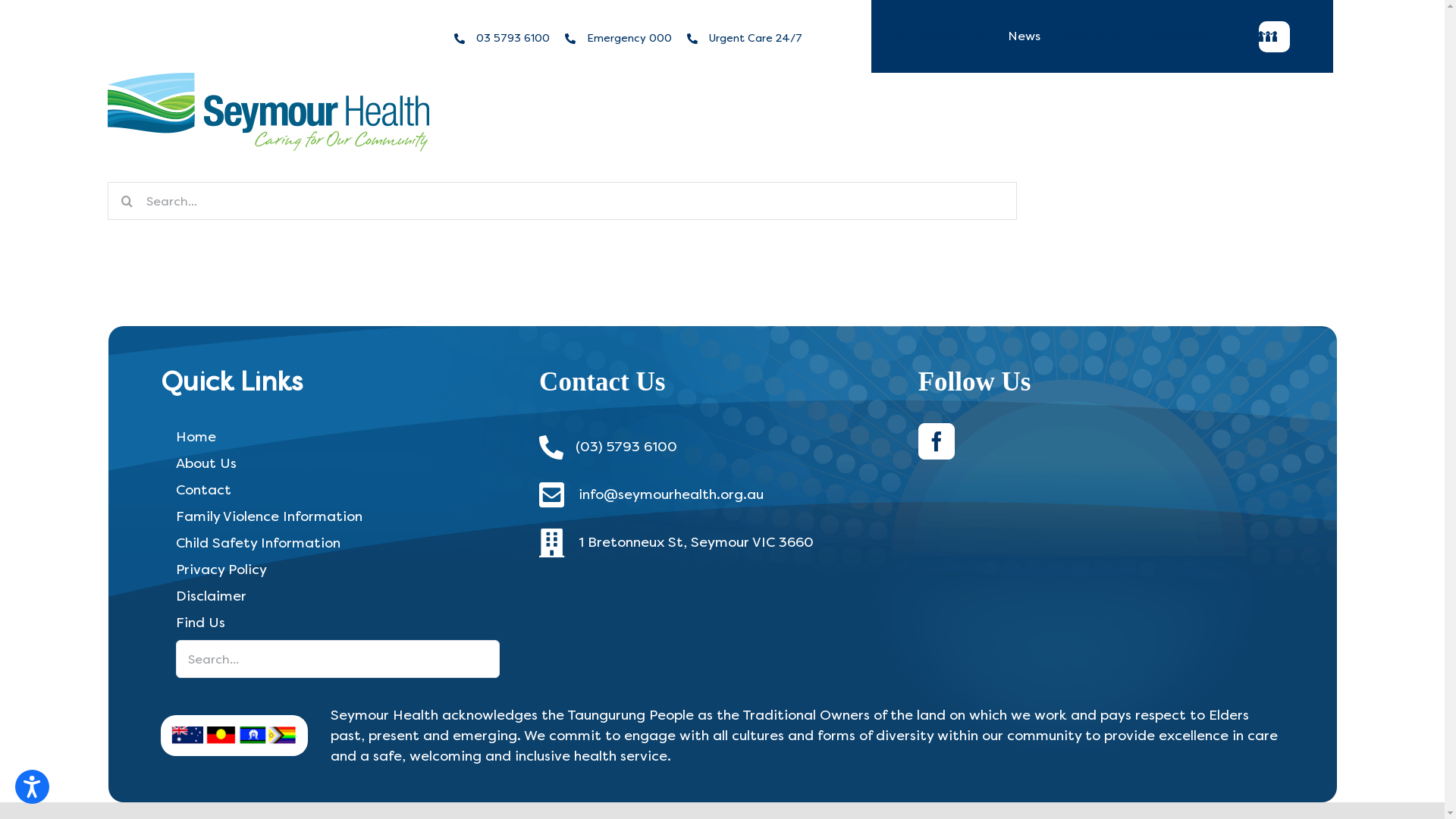  Describe the element at coordinates (513, 37) in the screenshot. I see `'03 5793 6100'` at that location.